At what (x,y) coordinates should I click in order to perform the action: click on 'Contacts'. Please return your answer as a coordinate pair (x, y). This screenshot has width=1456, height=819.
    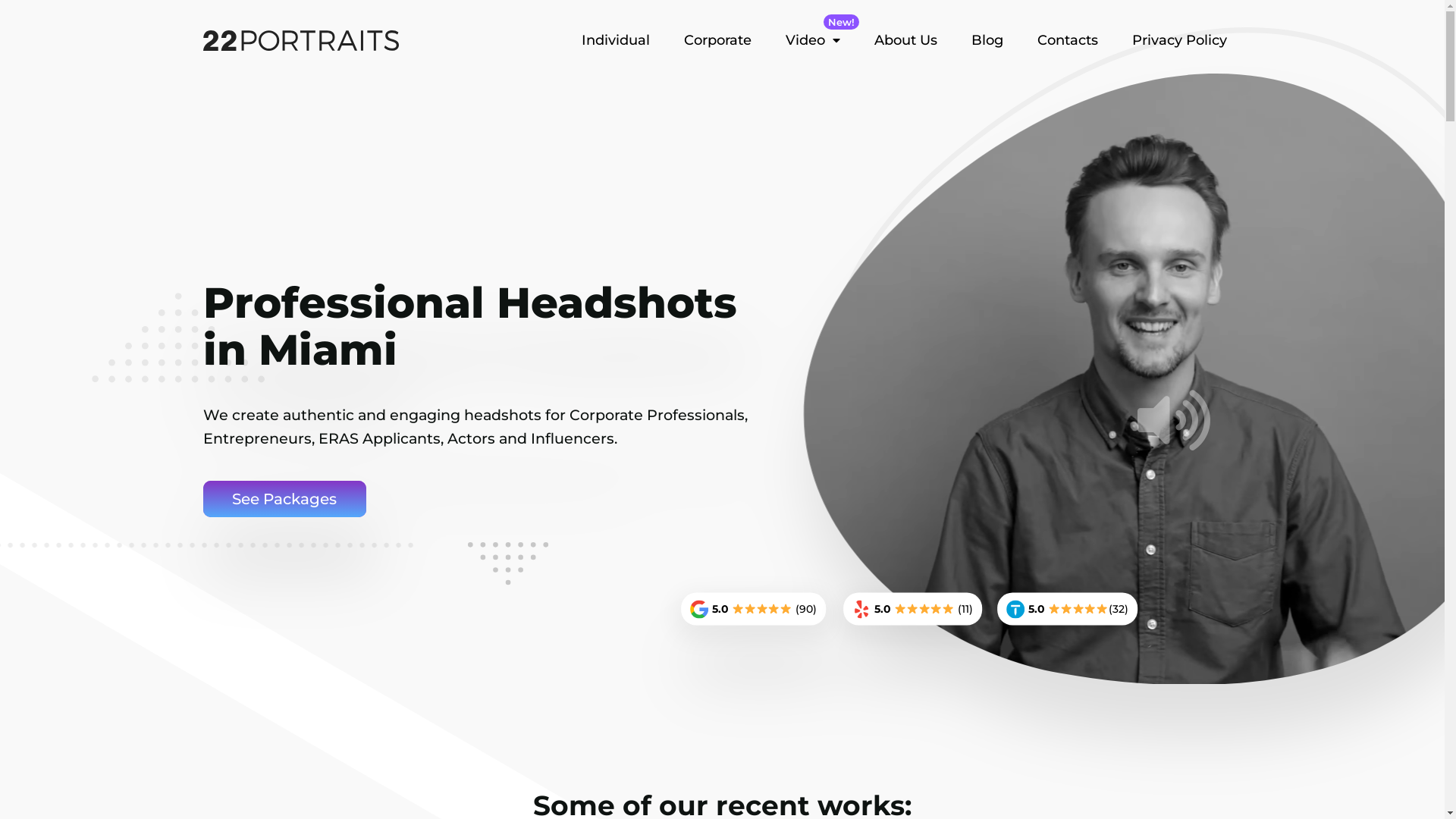
    Looking at the image, I should click on (1022, 39).